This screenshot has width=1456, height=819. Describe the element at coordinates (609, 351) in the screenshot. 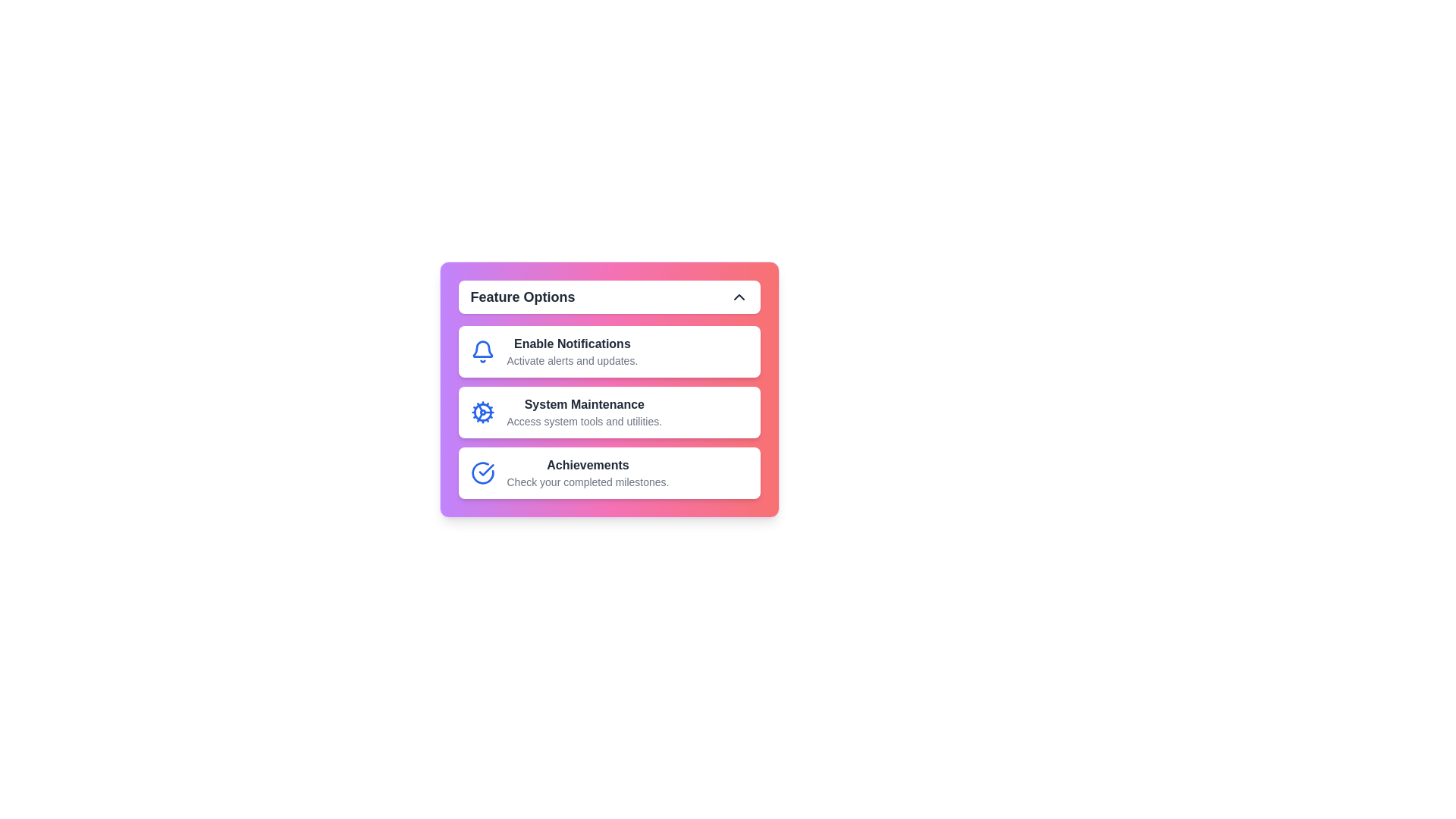

I see `the menu item Enable Notifications to view its hover effects` at that location.